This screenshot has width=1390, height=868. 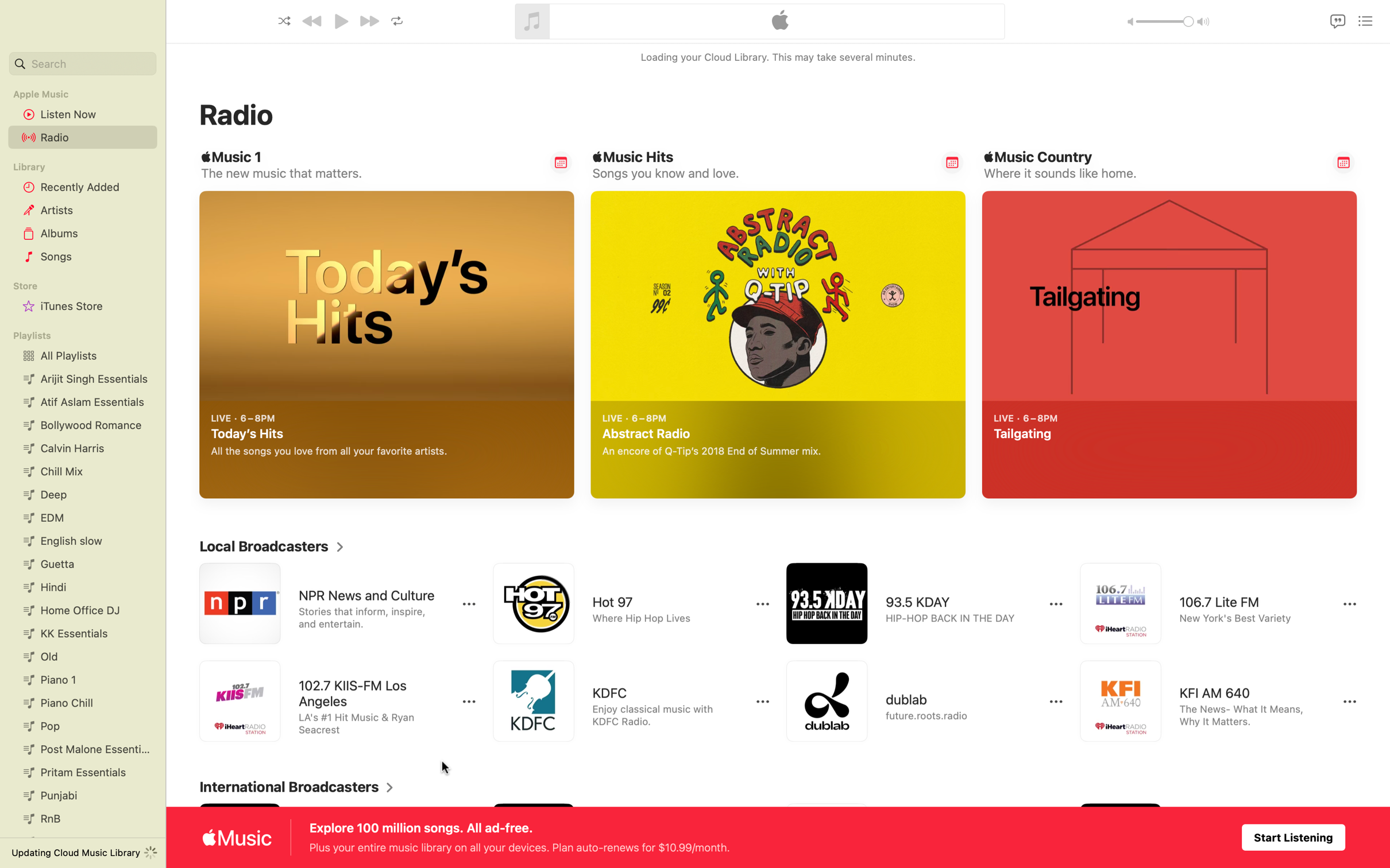 I want to click on Alert me on Popular Music Hits, so click(x=951, y=163).